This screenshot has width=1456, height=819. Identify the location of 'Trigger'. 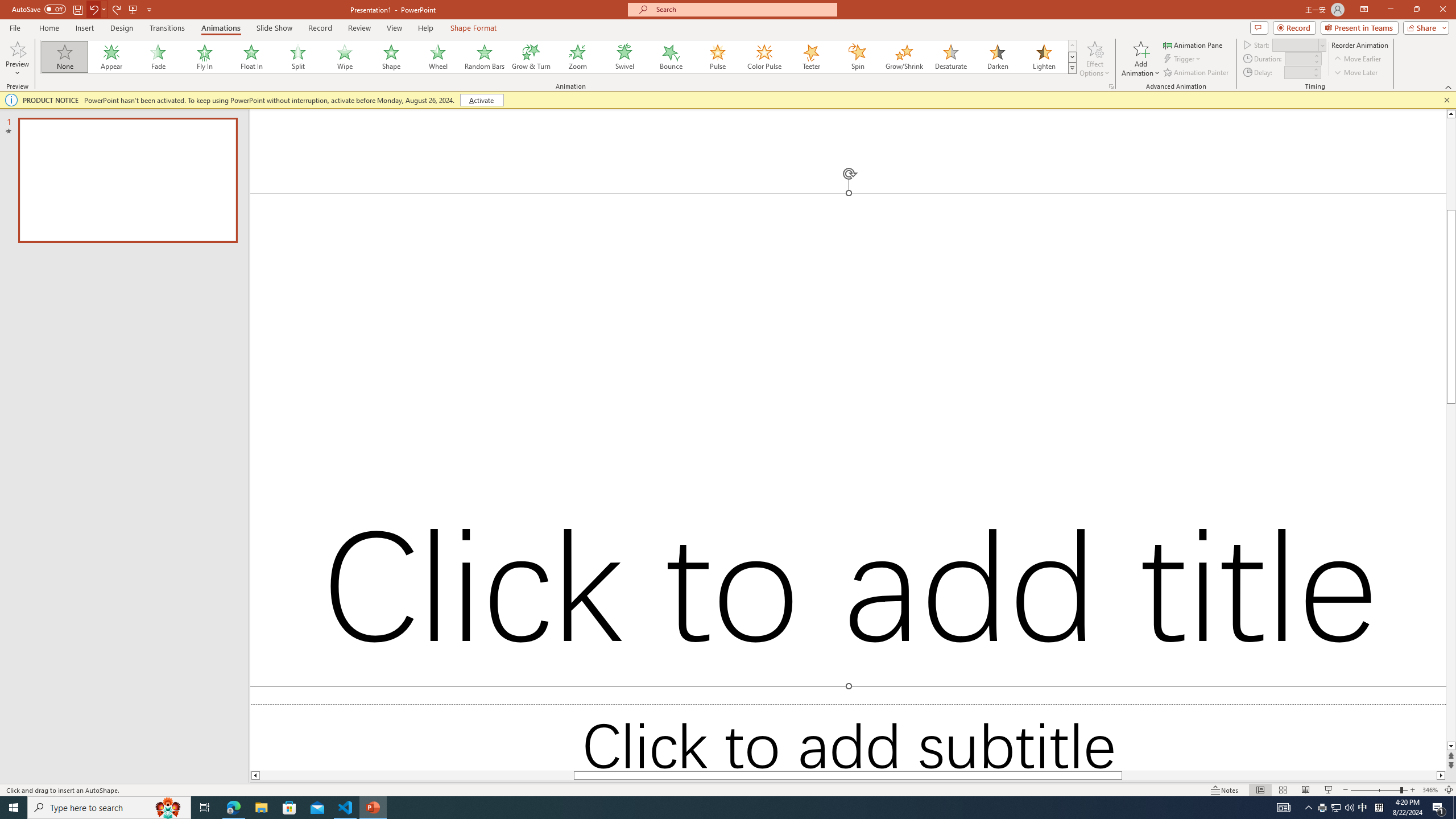
(1182, 59).